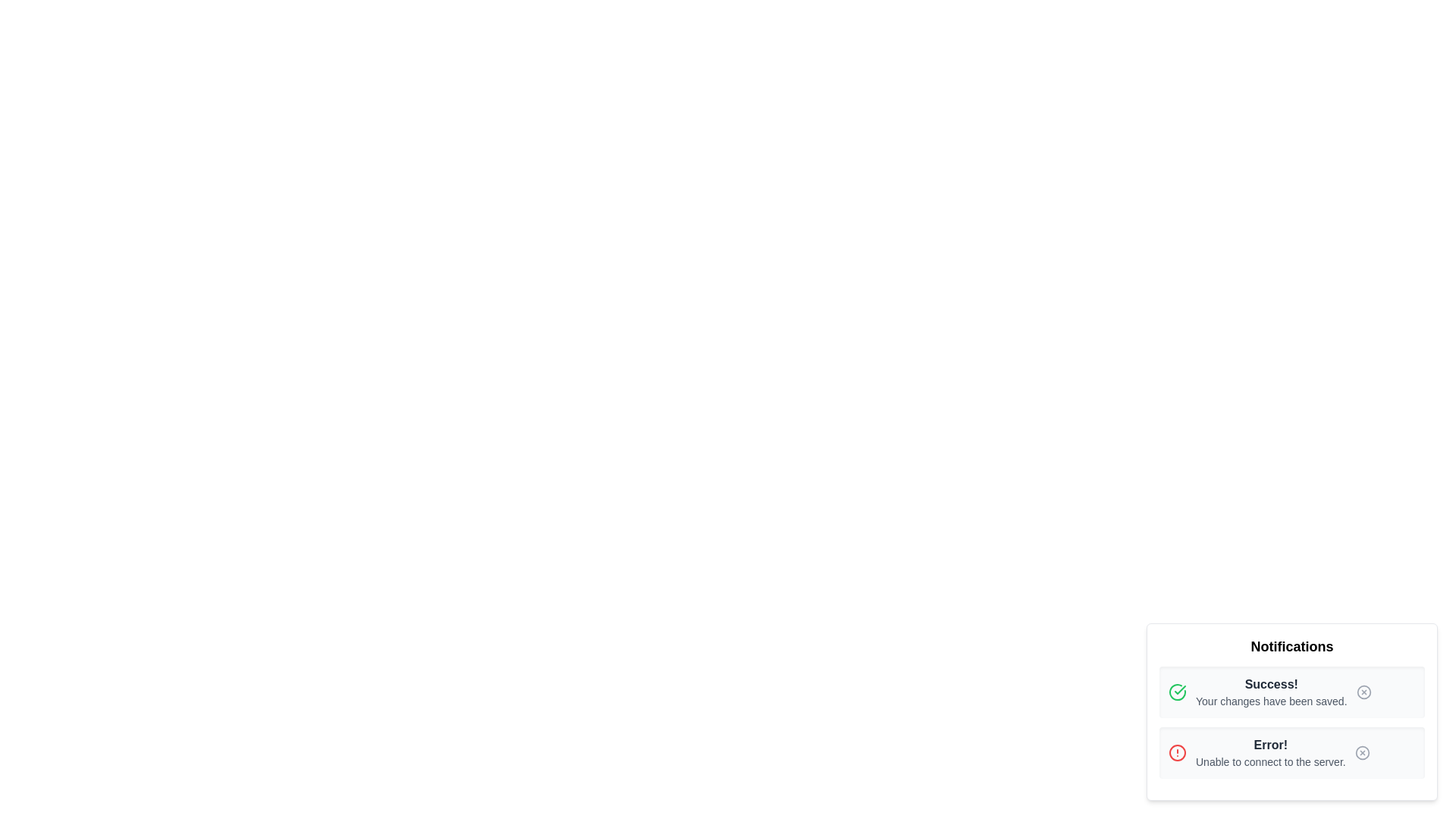 The image size is (1456, 819). I want to click on the notification titled '<notification_title>', so click(1291, 692).